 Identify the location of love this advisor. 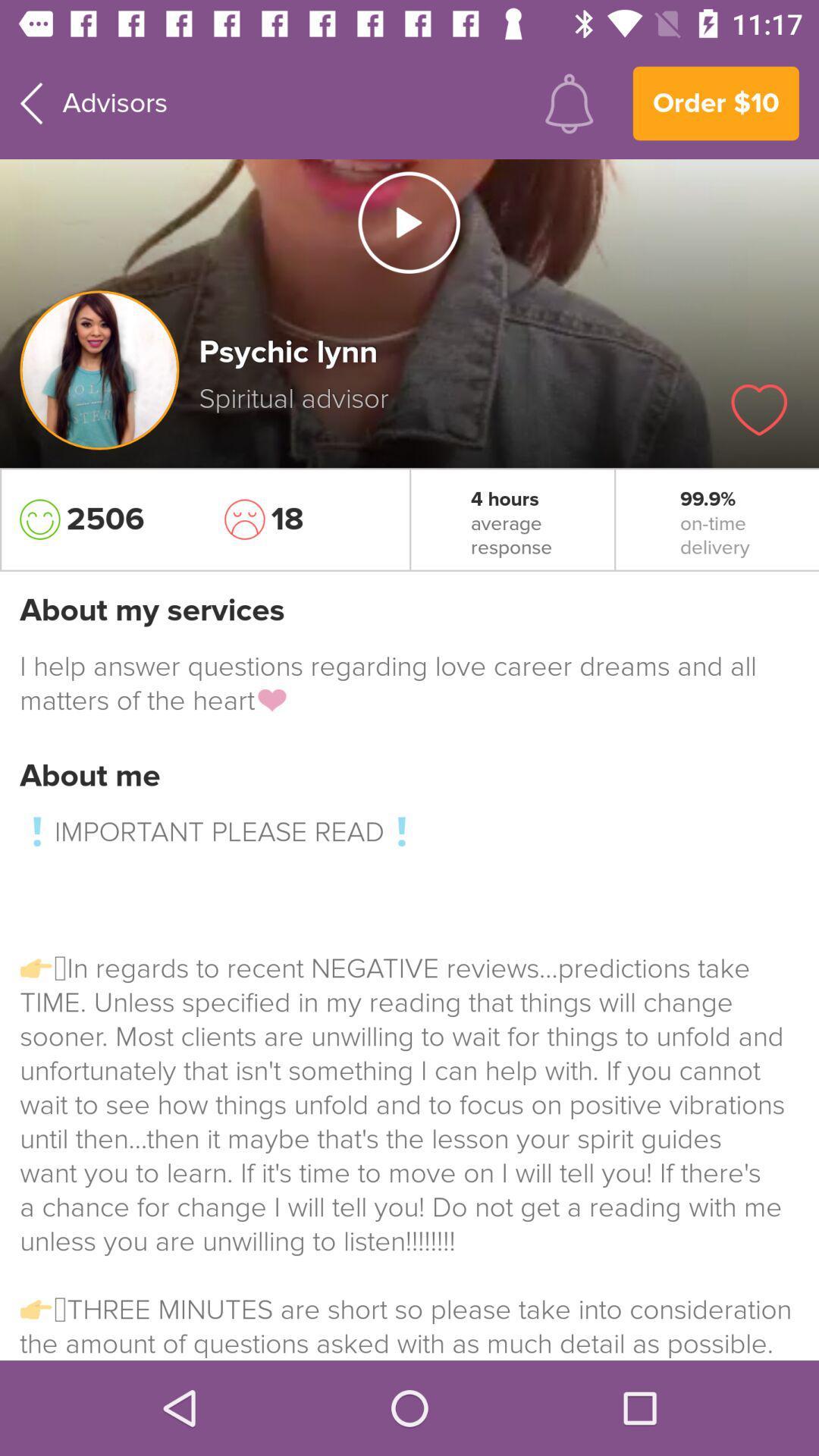
(759, 409).